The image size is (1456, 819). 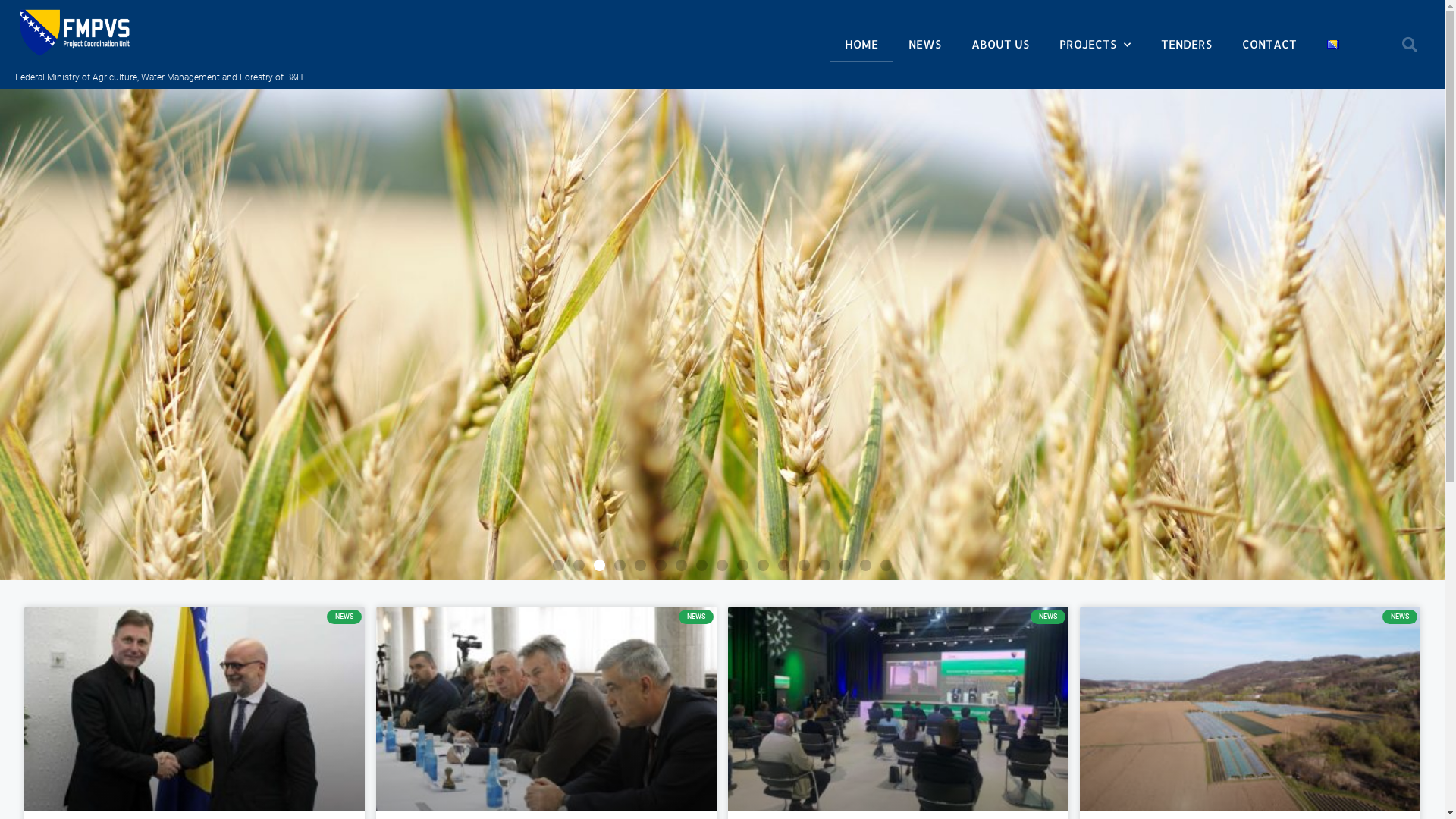 I want to click on 'NEWS', so click(x=924, y=43).